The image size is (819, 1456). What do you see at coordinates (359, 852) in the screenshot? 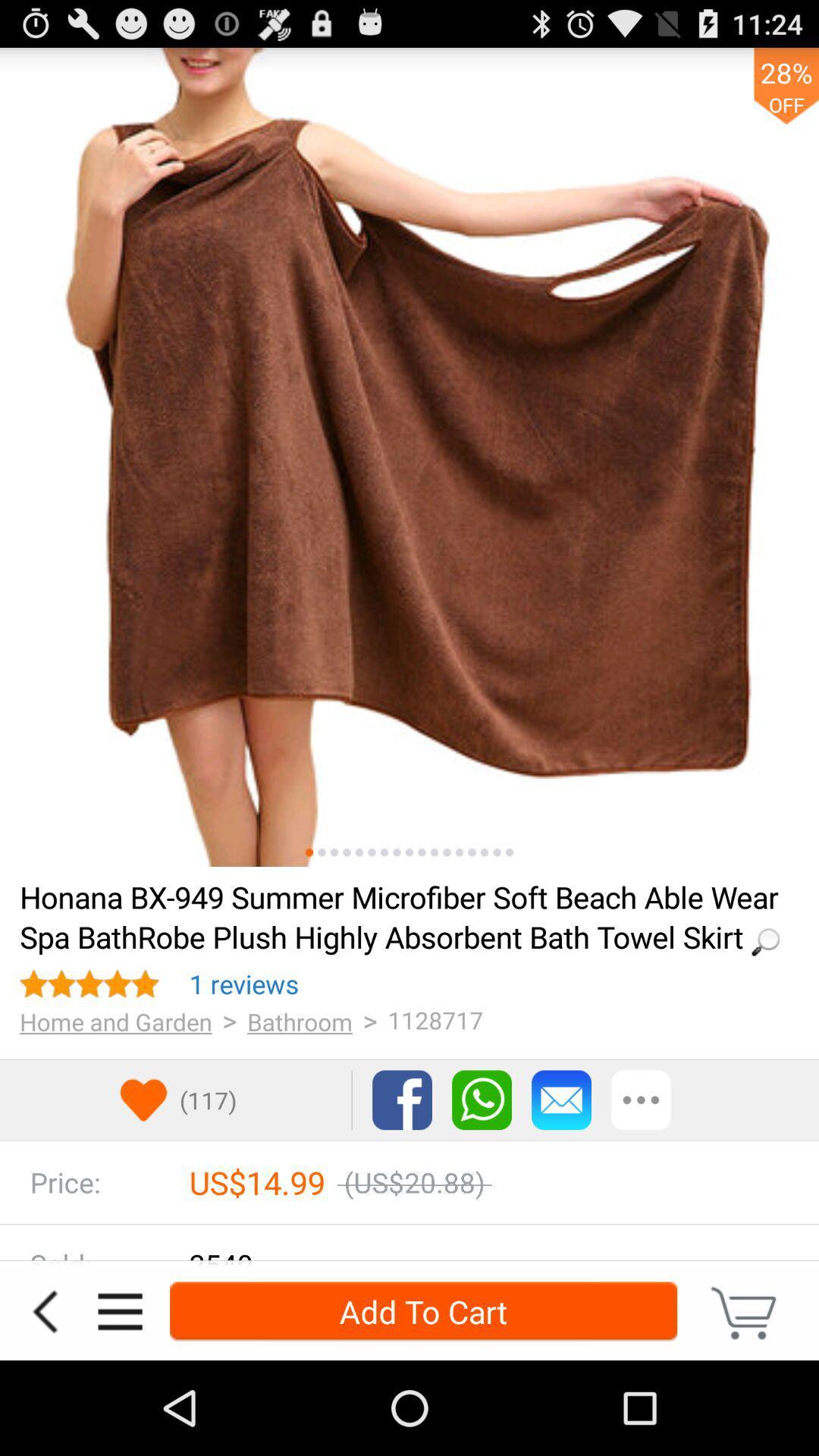
I see `image link` at bounding box center [359, 852].